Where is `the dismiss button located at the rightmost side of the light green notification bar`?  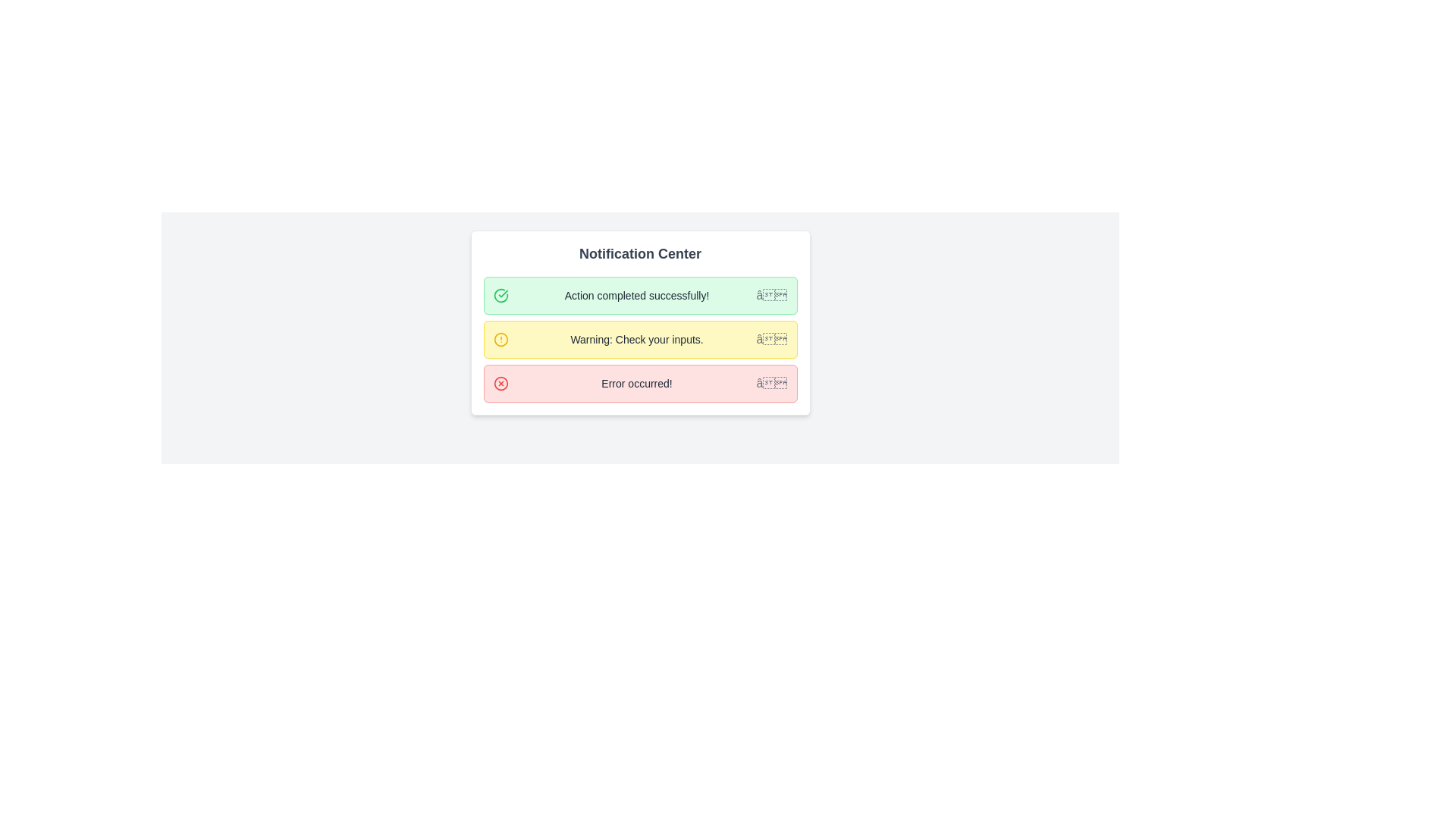
the dismiss button located at the rightmost side of the light green notification bar is located at coordinates (771, 295).